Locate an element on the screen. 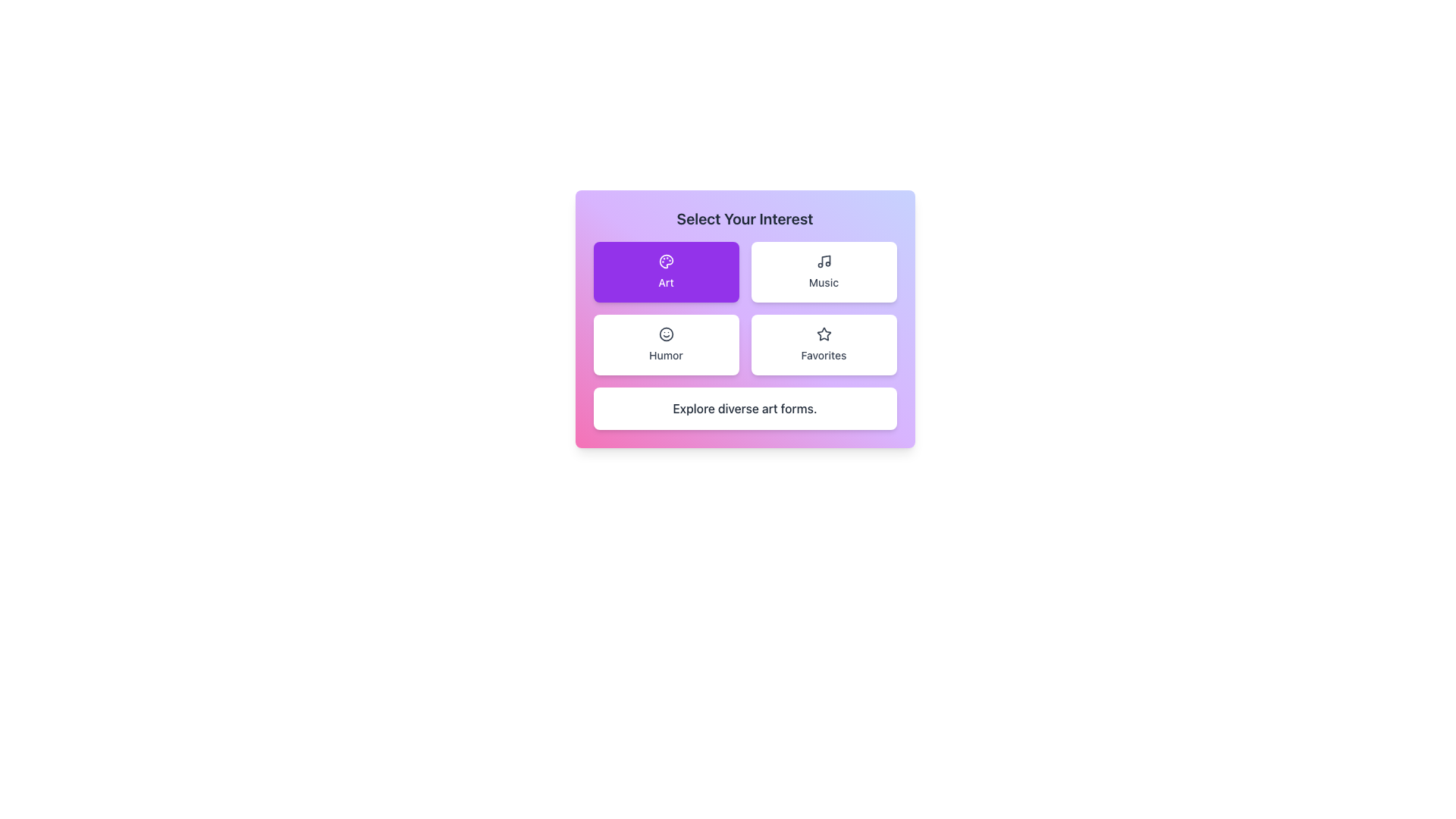 Image resolution: width=1456 pixels, height=819 pixels. the interactive button for selecting 'Art' as an interest category located at the top-left of the grid structure is located at coordinates (666, 271).